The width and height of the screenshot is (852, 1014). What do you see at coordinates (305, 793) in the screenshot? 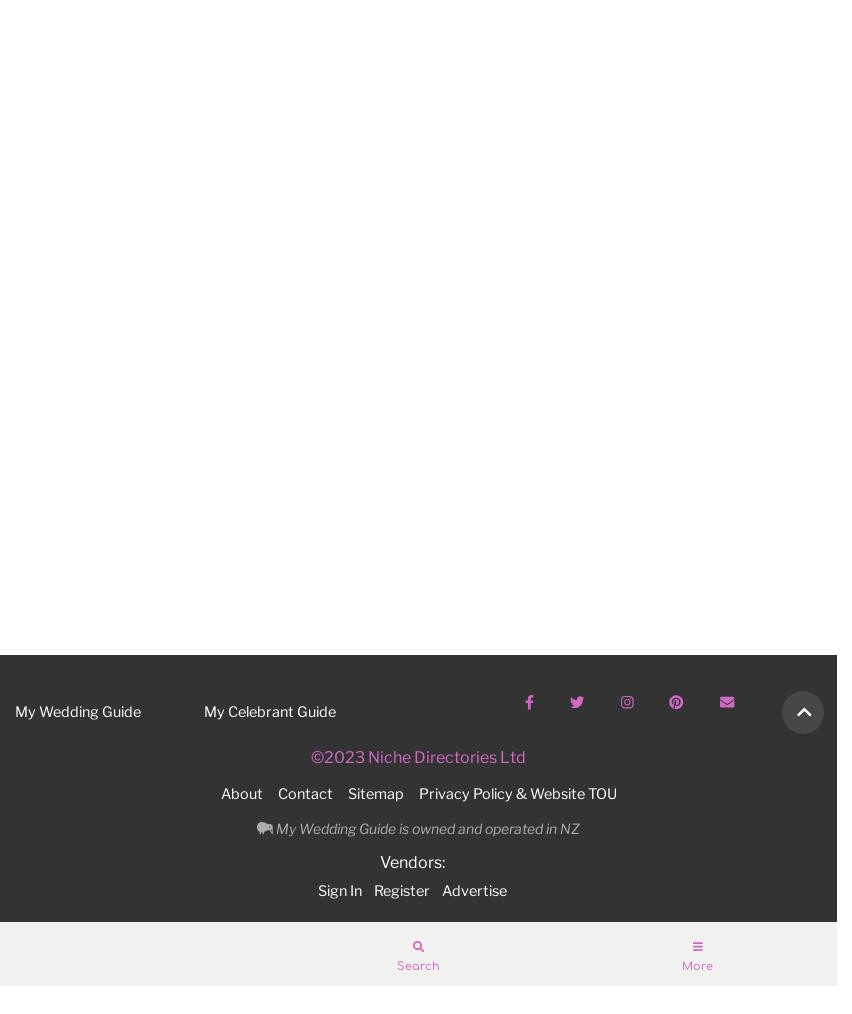
I see `'Contact'` at bounding box center [305, 793].